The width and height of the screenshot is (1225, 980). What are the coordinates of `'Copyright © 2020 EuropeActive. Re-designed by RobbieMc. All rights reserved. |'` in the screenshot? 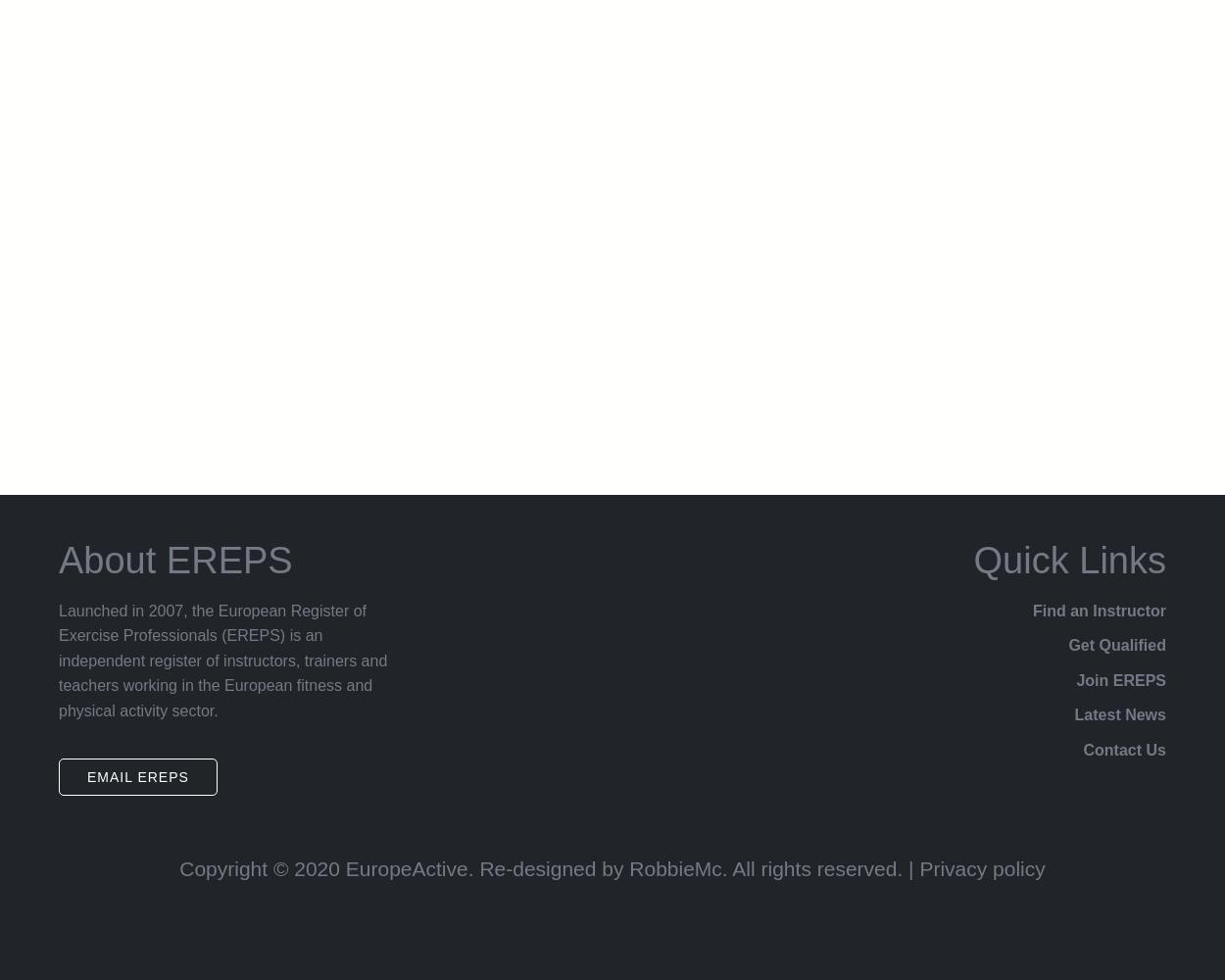 It's located at (549, 868).